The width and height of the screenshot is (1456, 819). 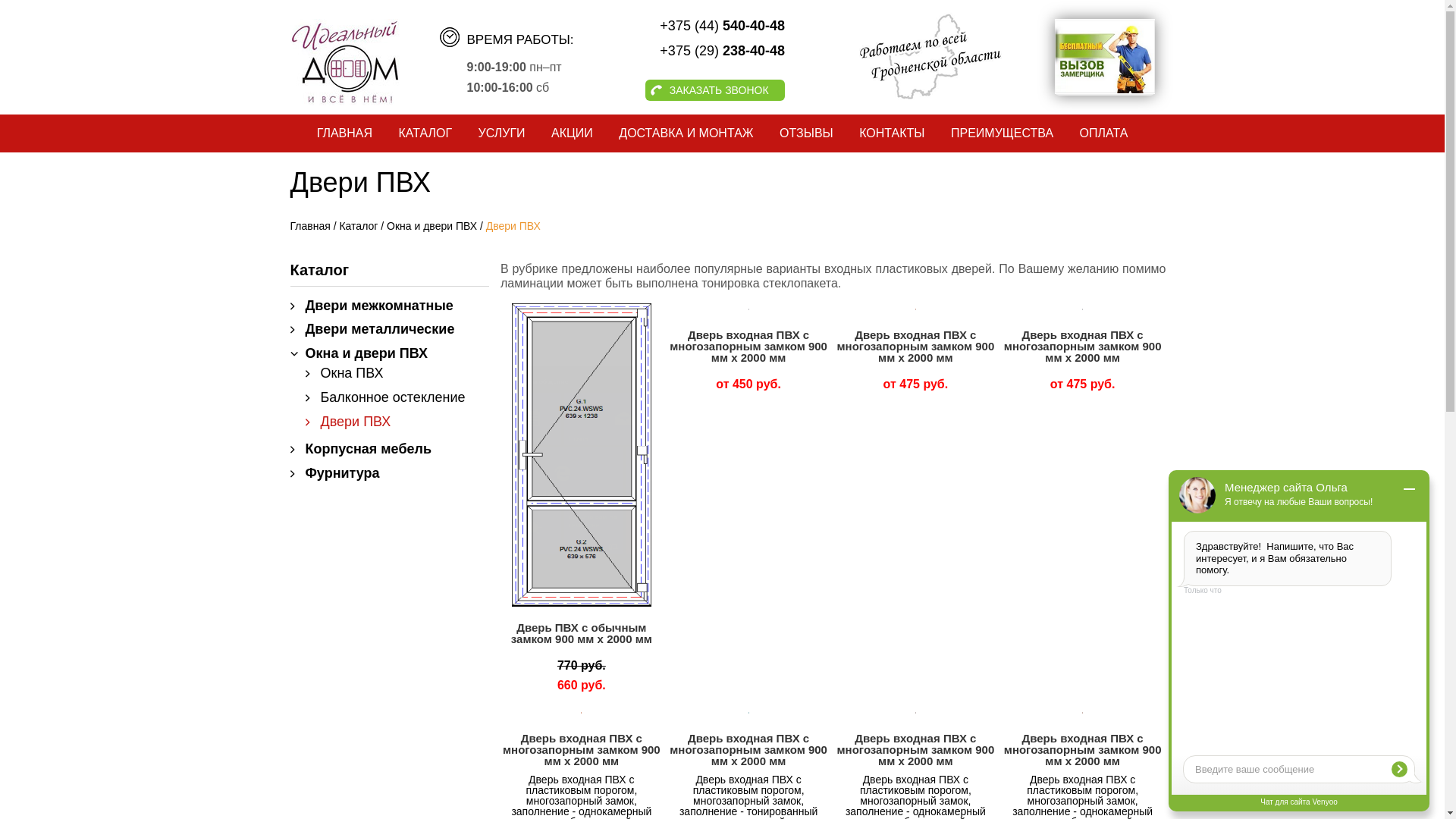 I want to click on '+375 (29) 238-40-48', so click(x=684, y=49).